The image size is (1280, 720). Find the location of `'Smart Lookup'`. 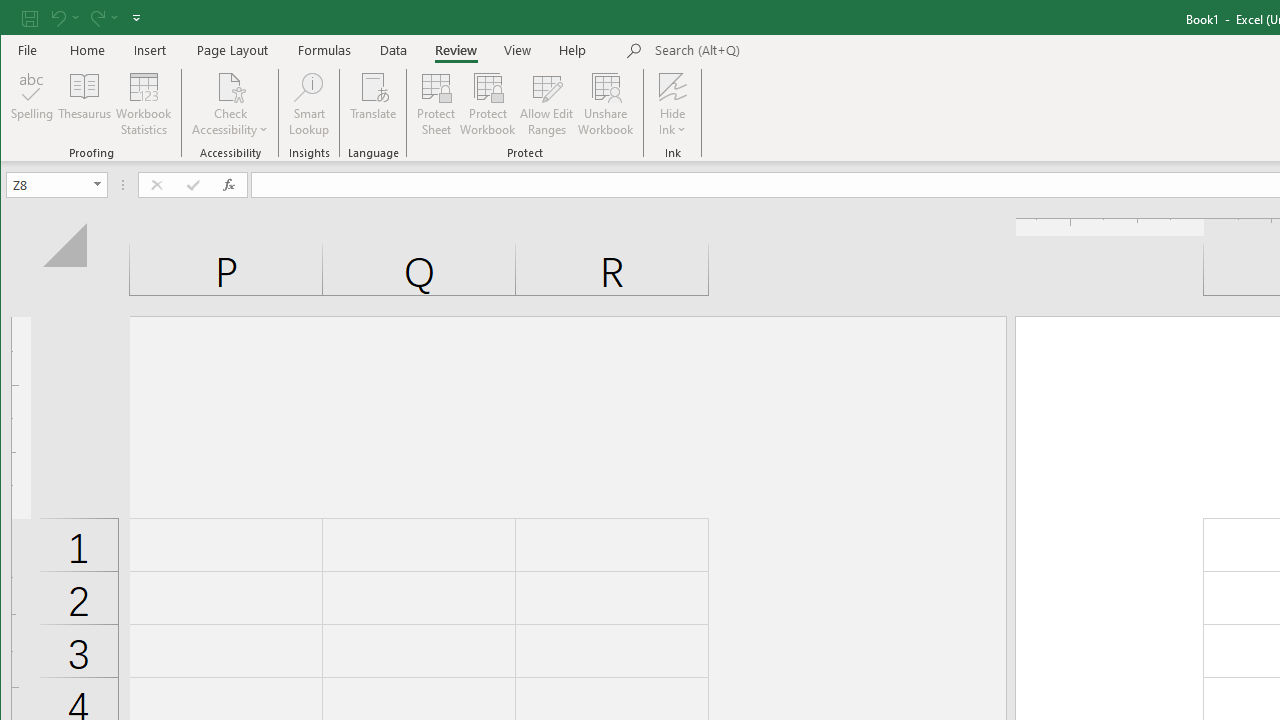

'Smart Lookup' is located at coordinates (308, 104).